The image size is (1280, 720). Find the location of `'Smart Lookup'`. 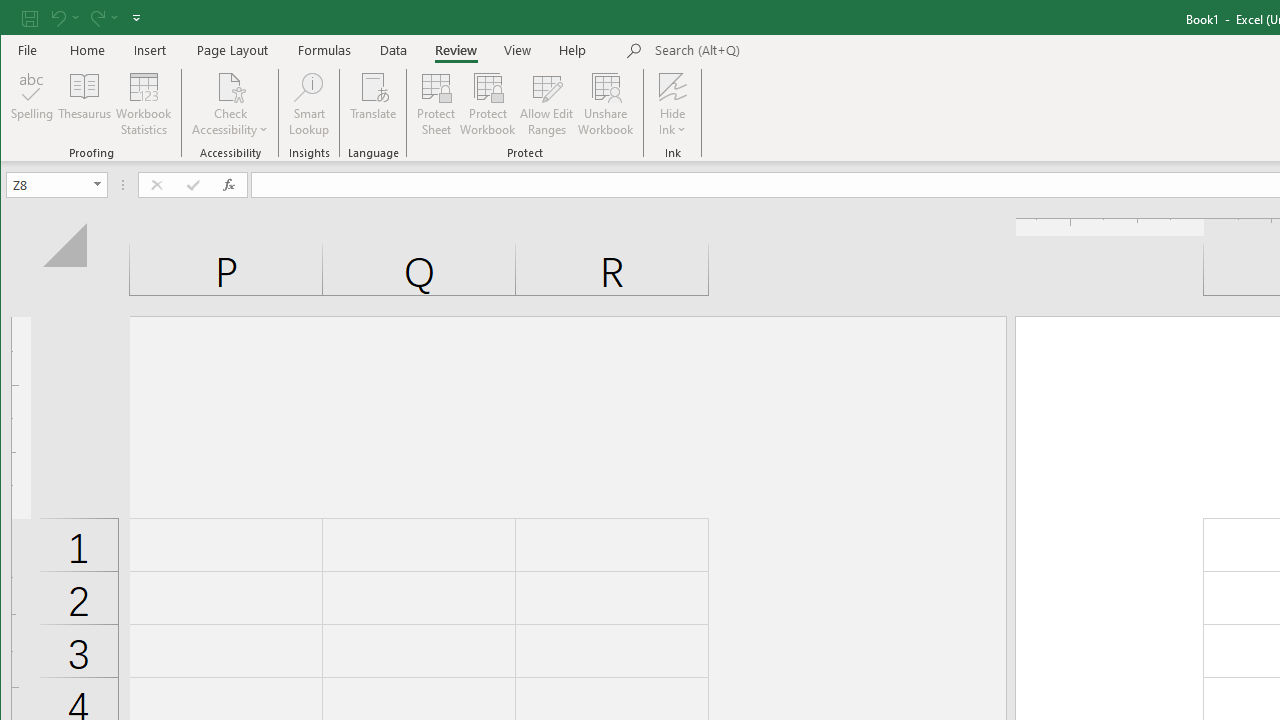

'Smart Lookup' is located at coordinates (308, 104).